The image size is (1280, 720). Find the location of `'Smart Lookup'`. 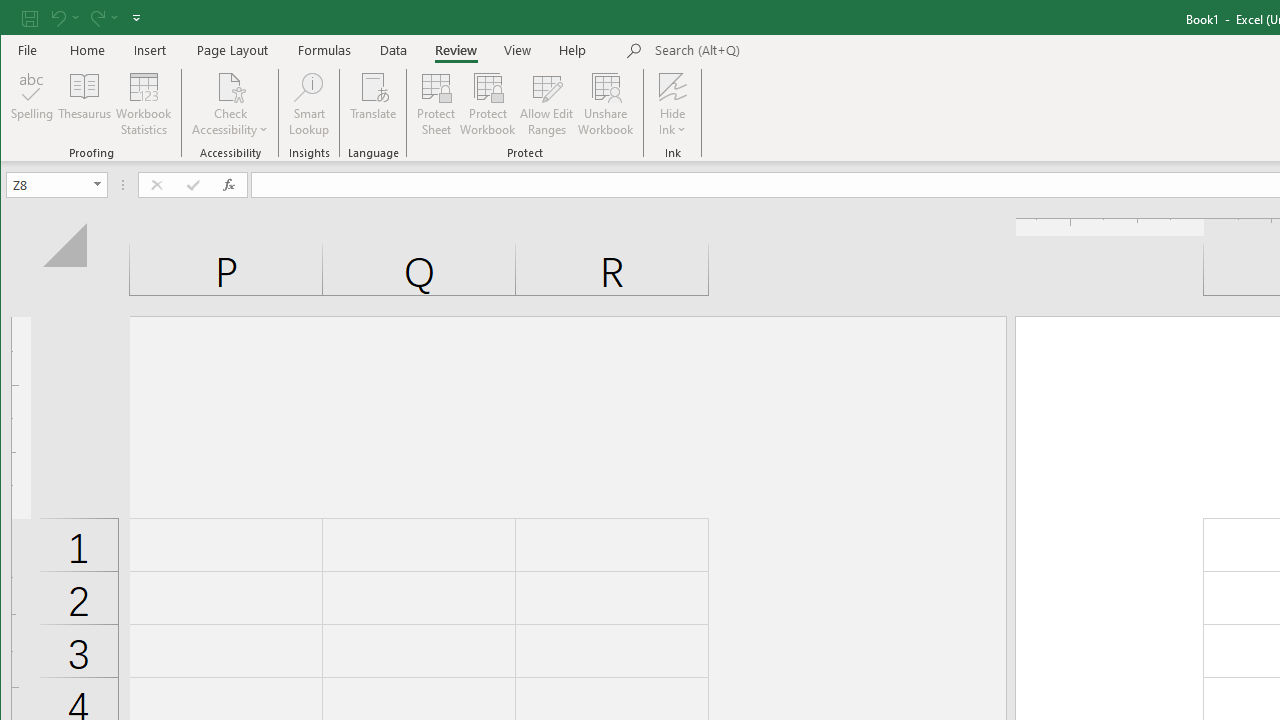

'Smart Lookup' is located at coordinates (308, 104).